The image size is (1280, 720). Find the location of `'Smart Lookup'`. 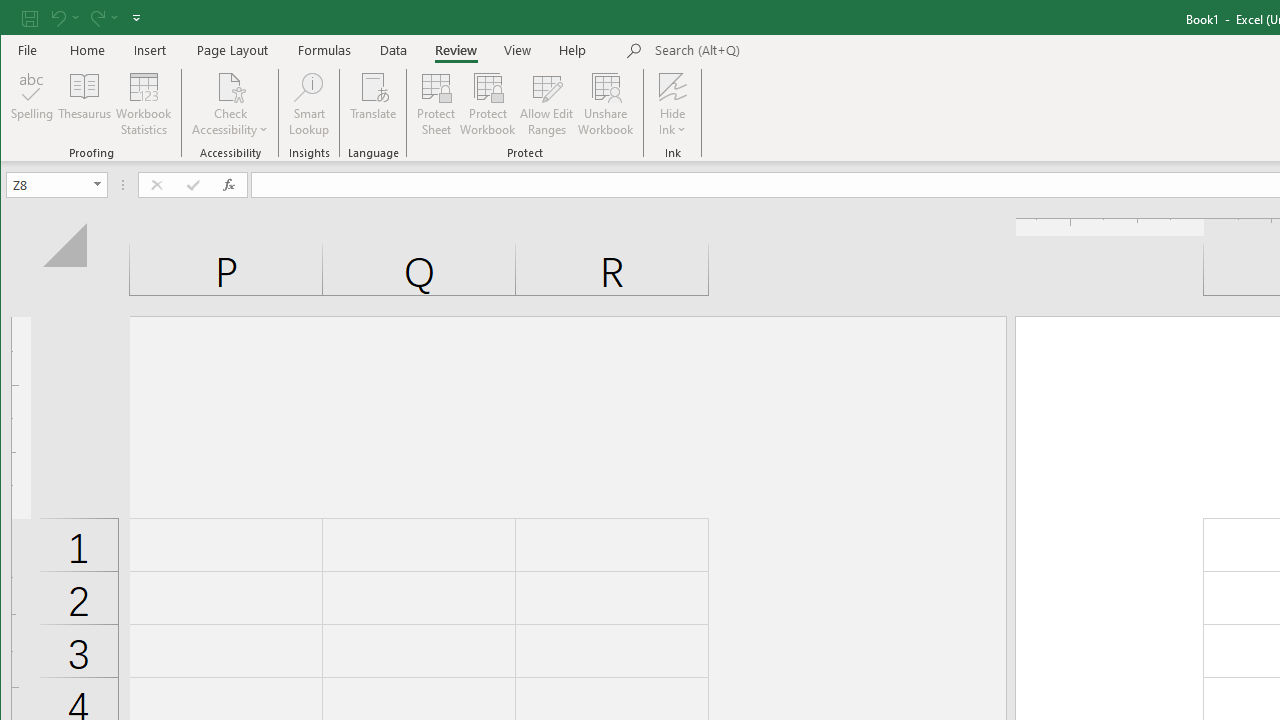

'Smart Lookup' is located at coordinates (308, 104).